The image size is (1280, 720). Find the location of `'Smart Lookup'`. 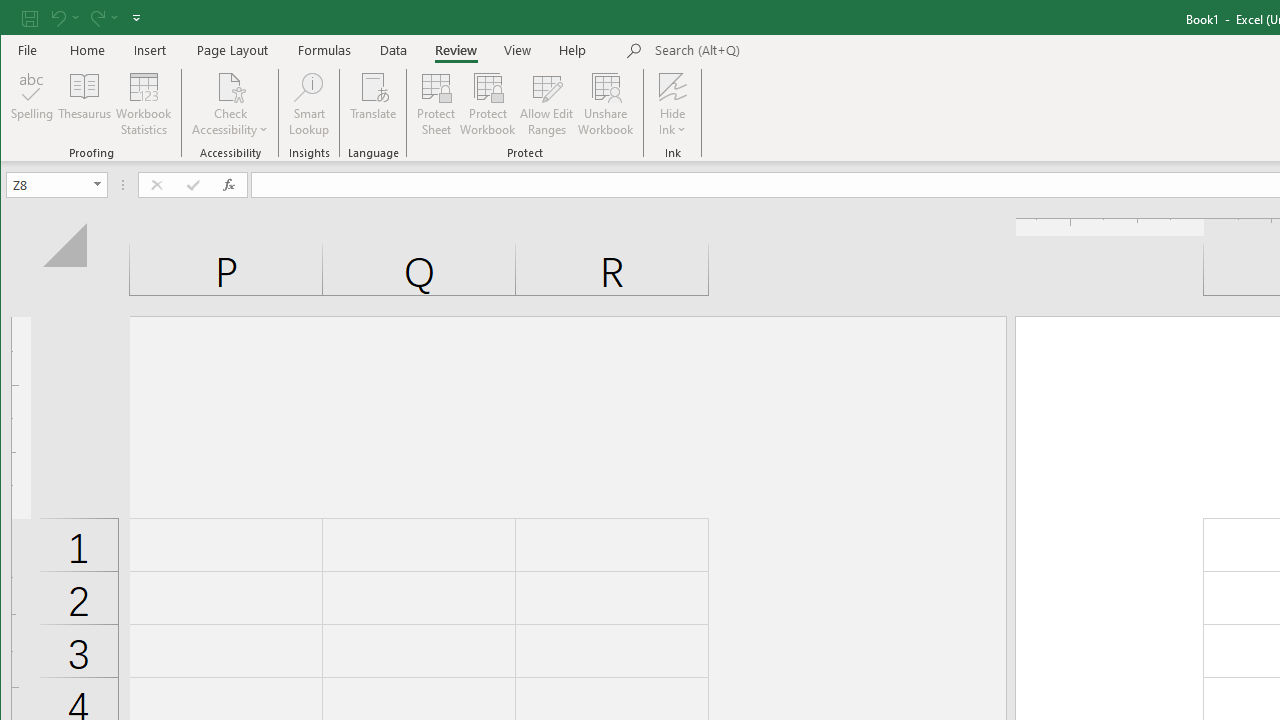

'Smart Lookup' is located at coordinates (308, 104).